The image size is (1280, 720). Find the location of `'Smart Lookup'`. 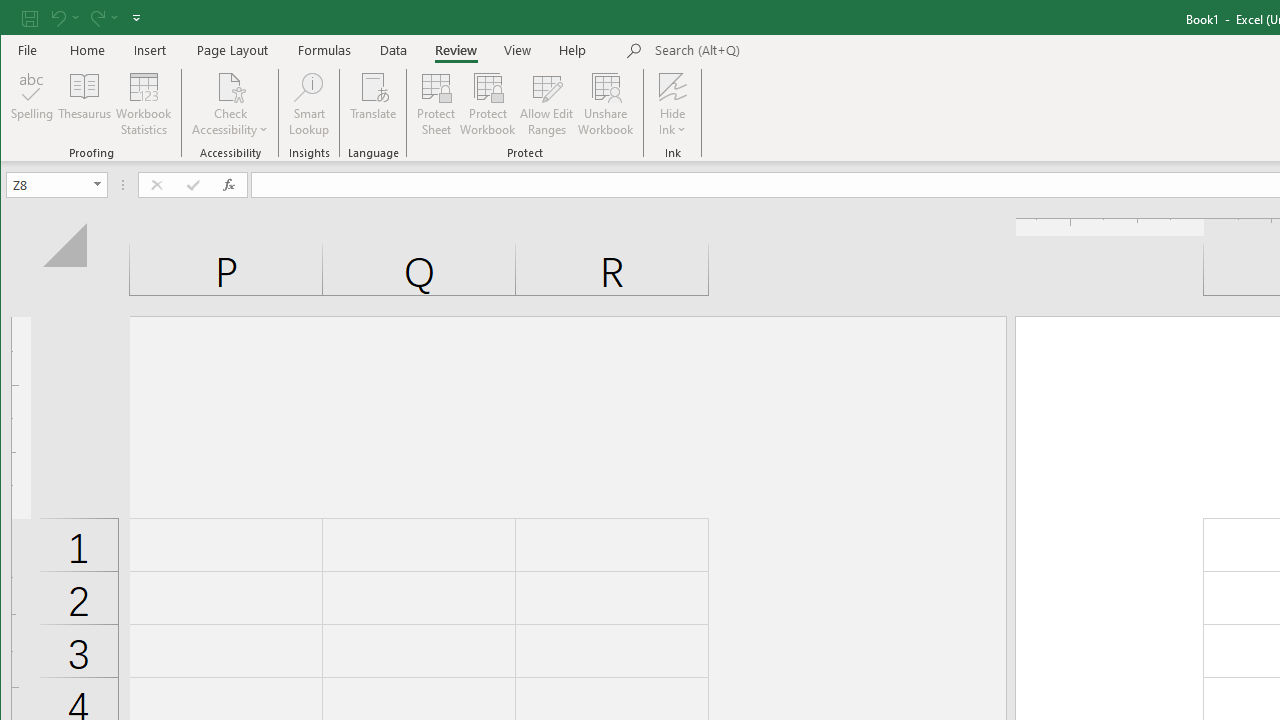

'Smart Lookup' is located at coordinates (308, 104).